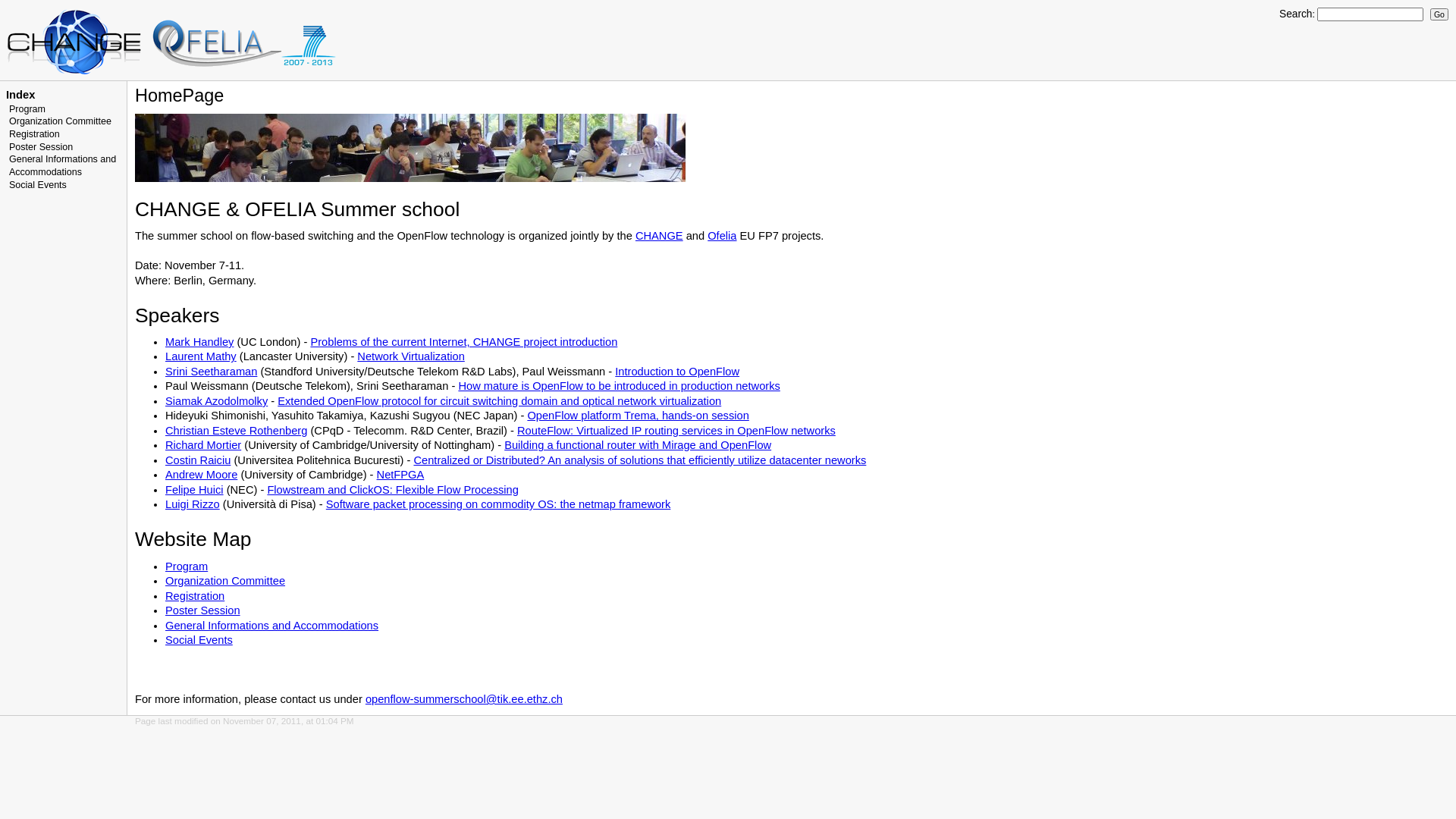 The height and width of the screenshot is (819, 1456). I want to click on 'Laurent Mathy', so click(199, 356).